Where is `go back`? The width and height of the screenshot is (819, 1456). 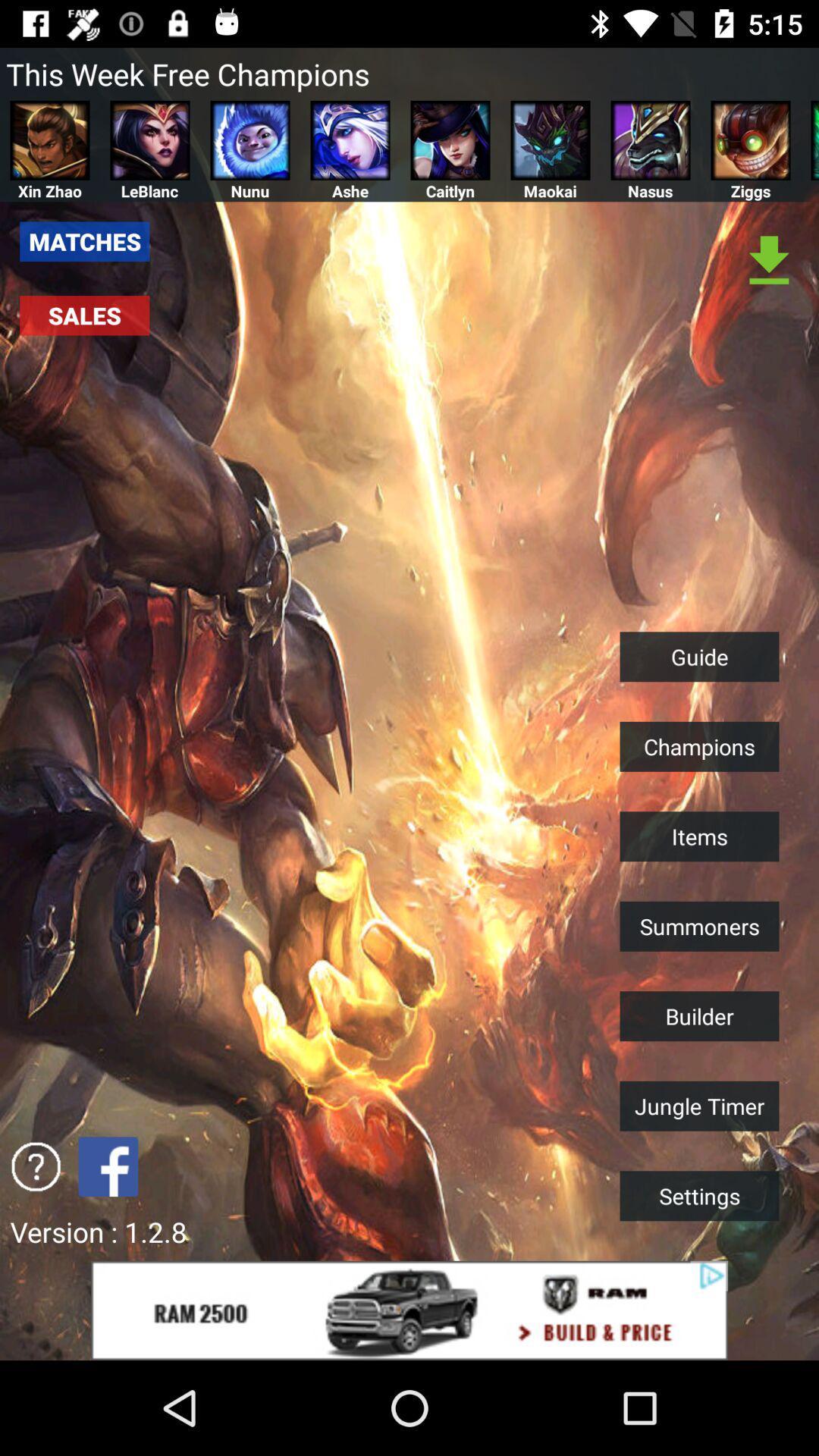
go back is located at coordinates (107, 1166).